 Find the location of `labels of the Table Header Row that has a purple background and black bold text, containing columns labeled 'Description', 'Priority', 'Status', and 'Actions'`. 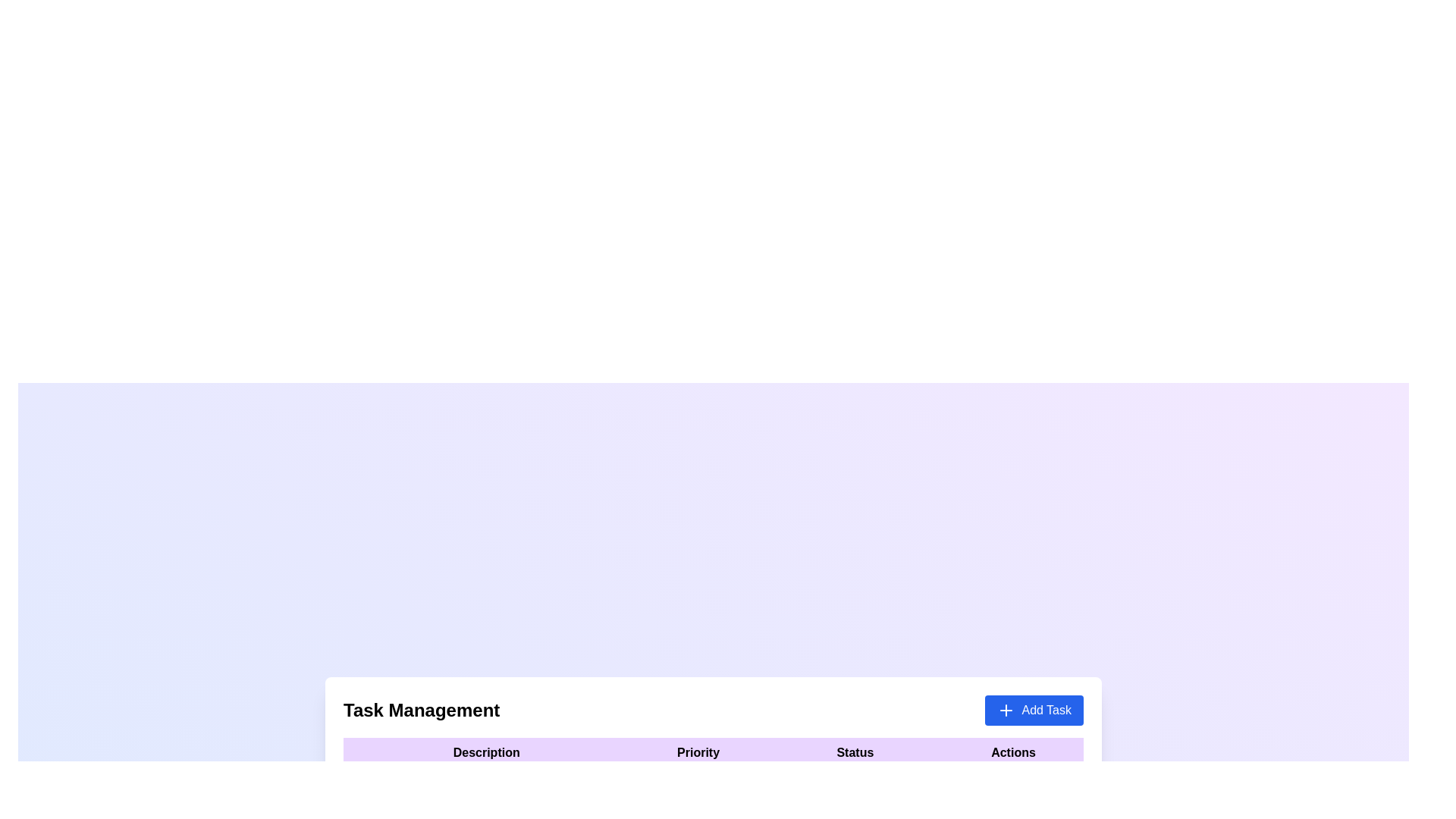

labels of the Table Header Row that has a purple background and black bold text, containing columns labeled 'Description', 'Priority', 'Status', and 'Actions' is located at coordinates (712, 752).